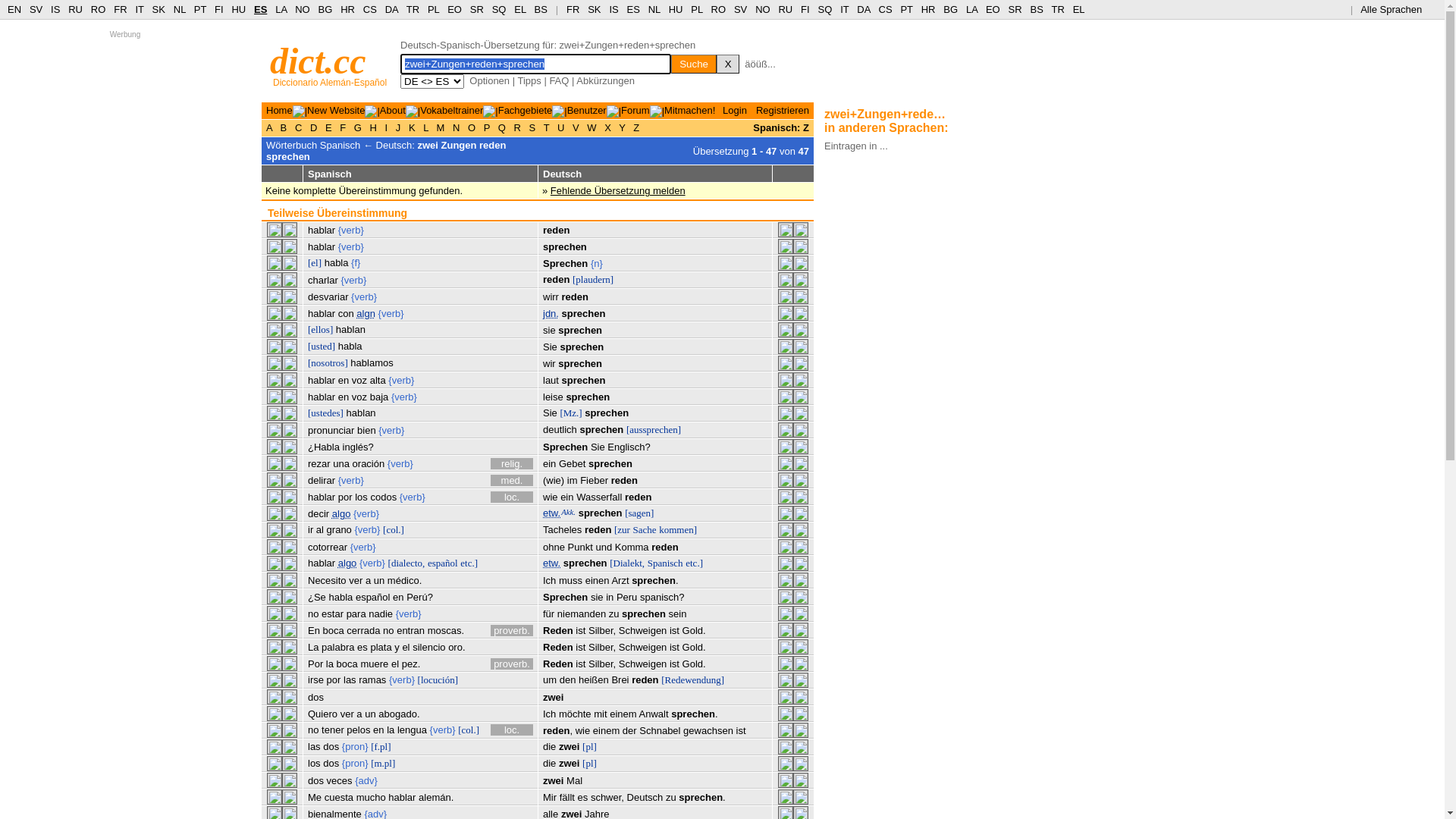  Describe the element at coordinates (582, 379) in the screenshot. I see `'sprechen'` at that location.